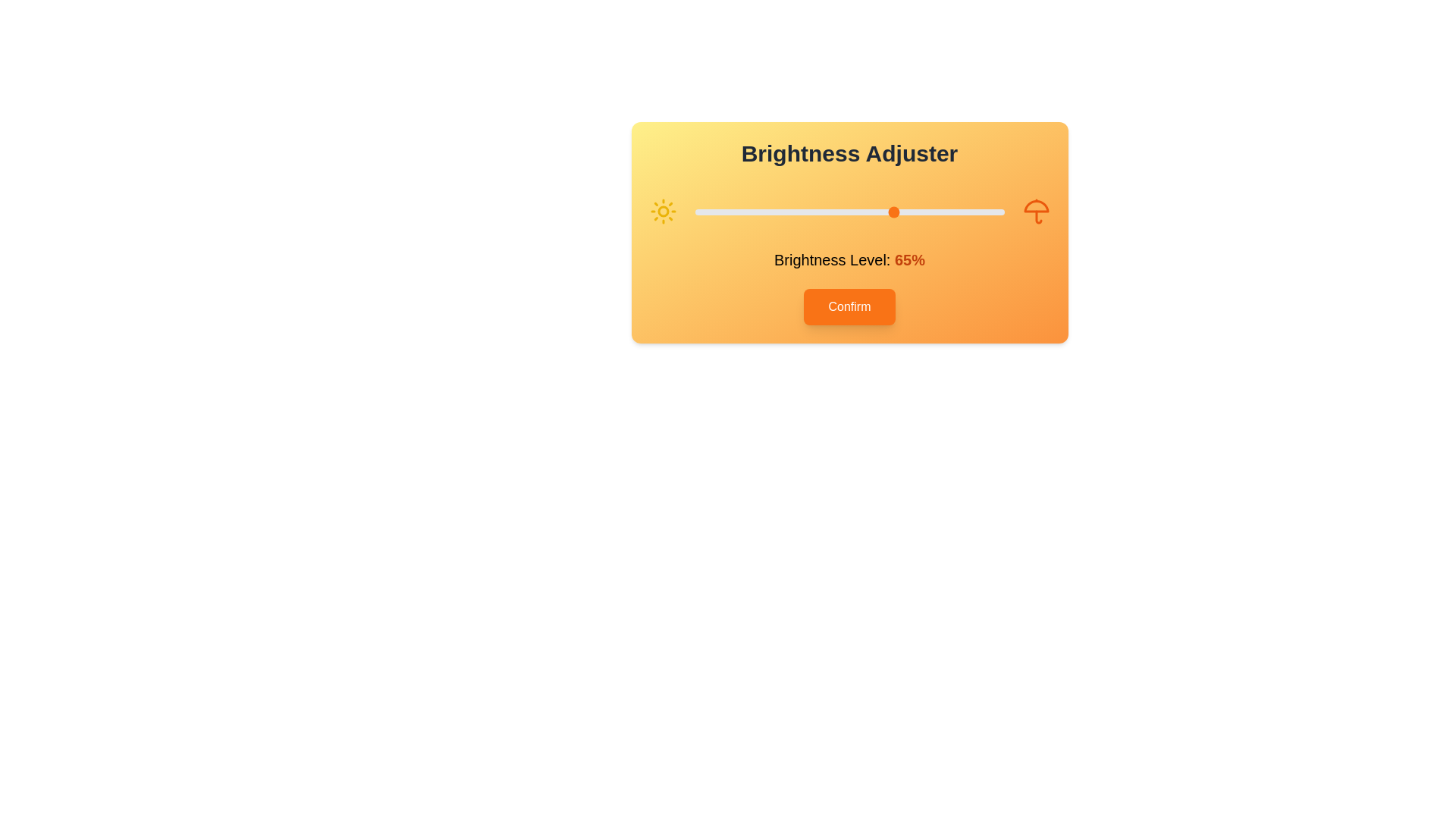  I want to click on the Umbrella icon near the slider, so click(1035, 211).